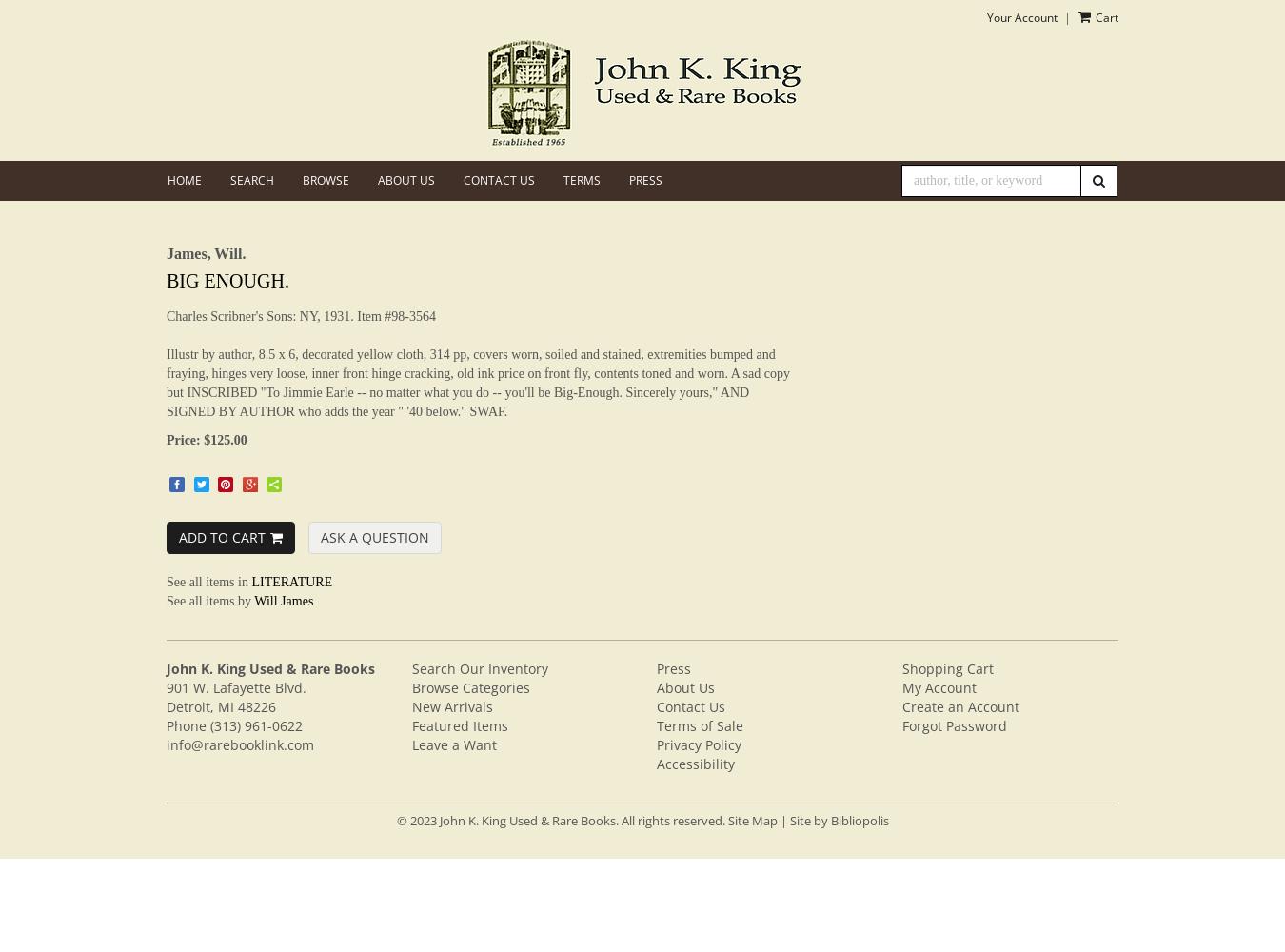 The image size is (1285, 952). What do you see at coordinates (378, 314) in the screenshot?
I see `'1931. Item #98-3564'` at bounding box center [378, 314].